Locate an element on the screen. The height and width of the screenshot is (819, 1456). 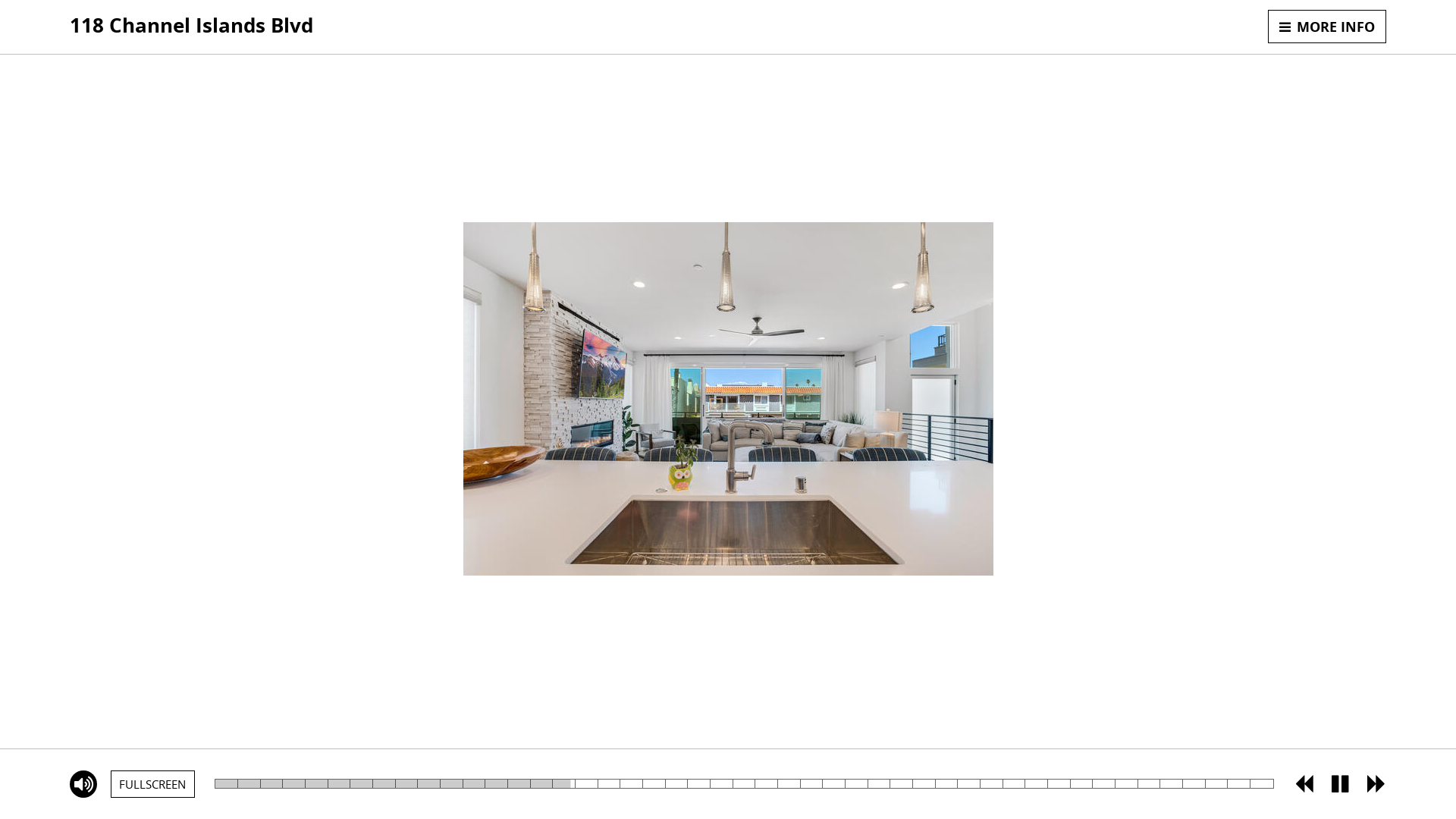
'MORE INFO' is located at coordinates (1326, 26).